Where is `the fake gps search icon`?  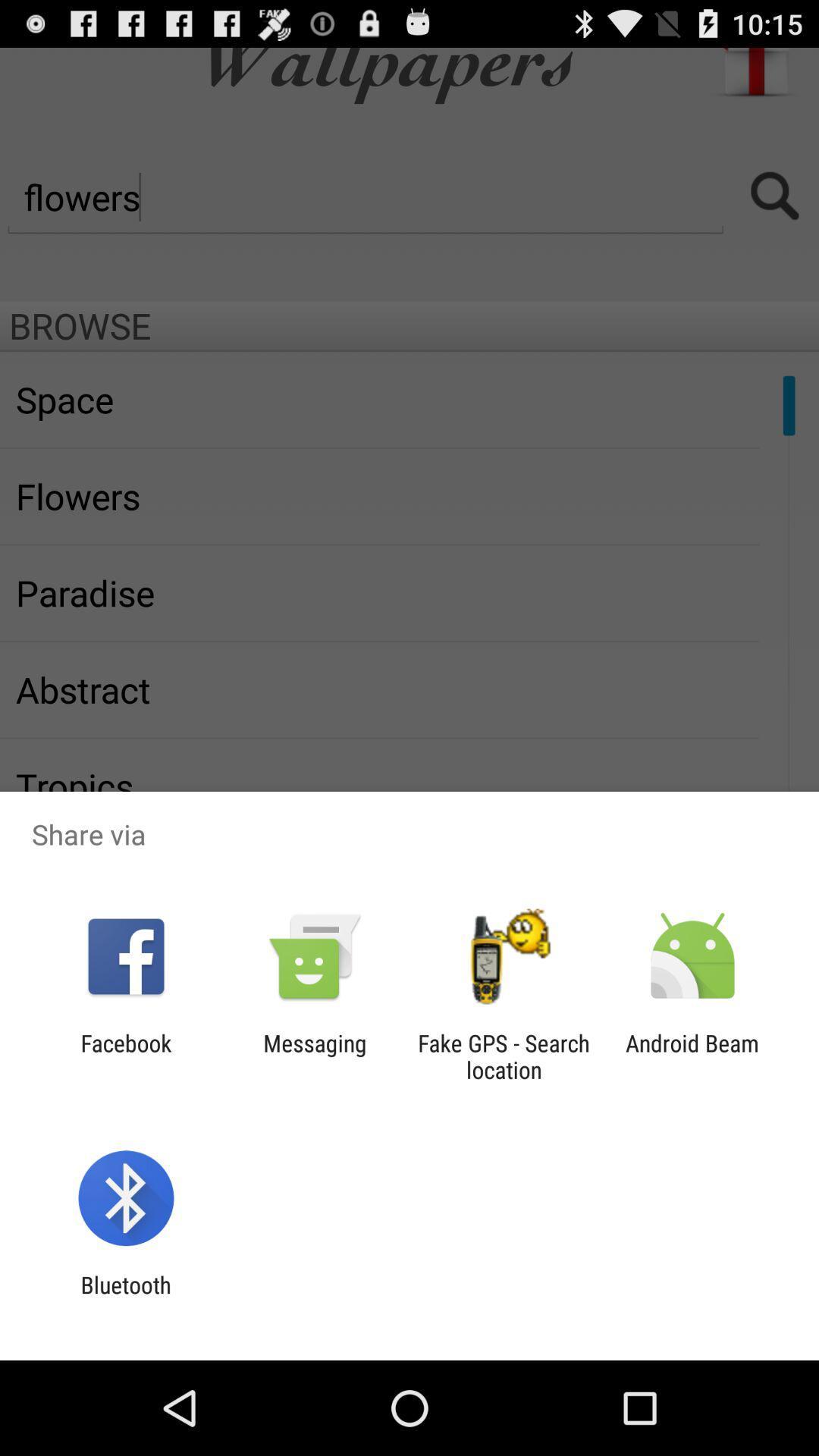 the fake gps search icon is located at coordinates (504, 1056).